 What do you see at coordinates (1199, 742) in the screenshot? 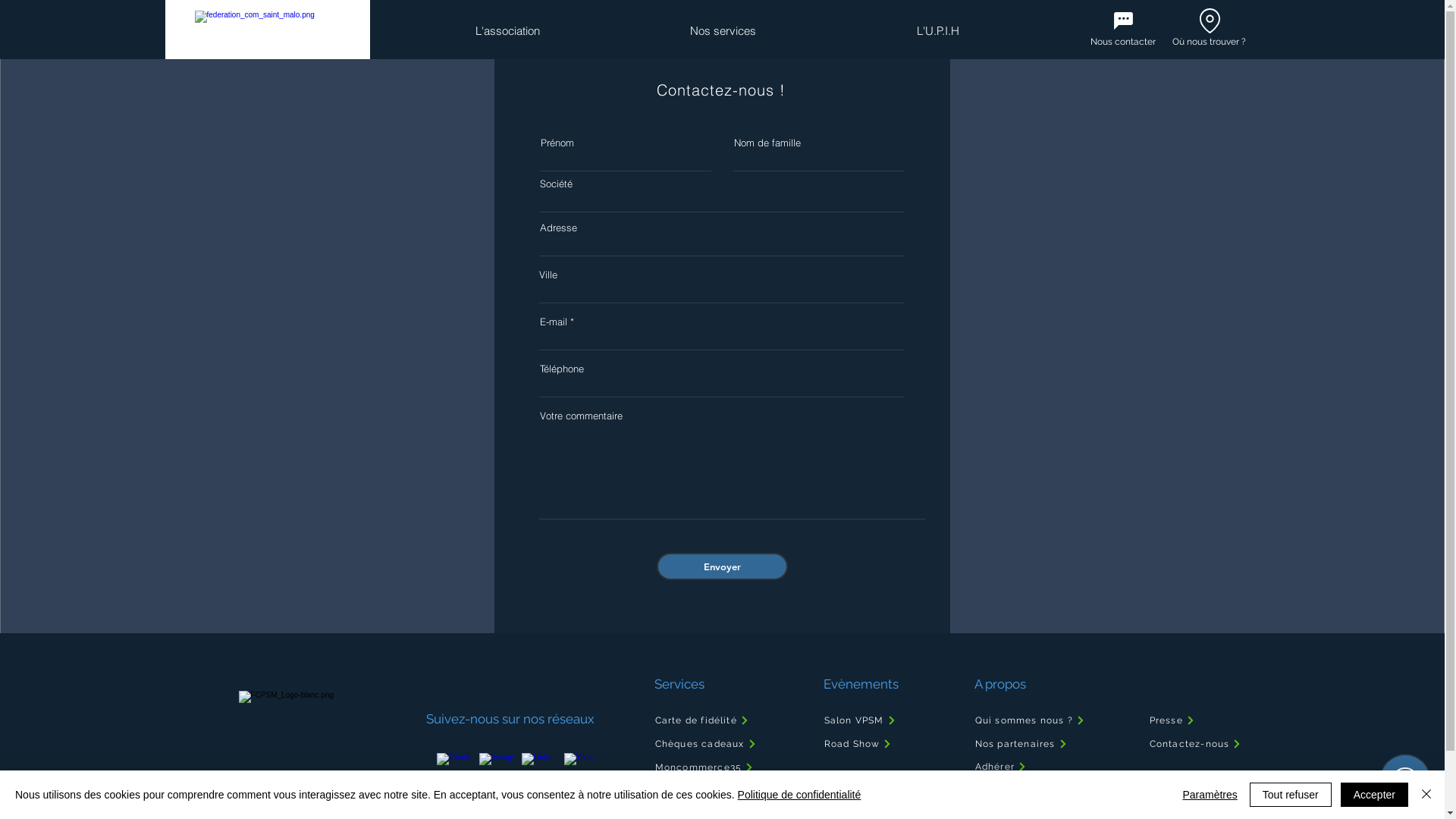
I see `'Contactez-nous'` at bounding box center [1199, 742].